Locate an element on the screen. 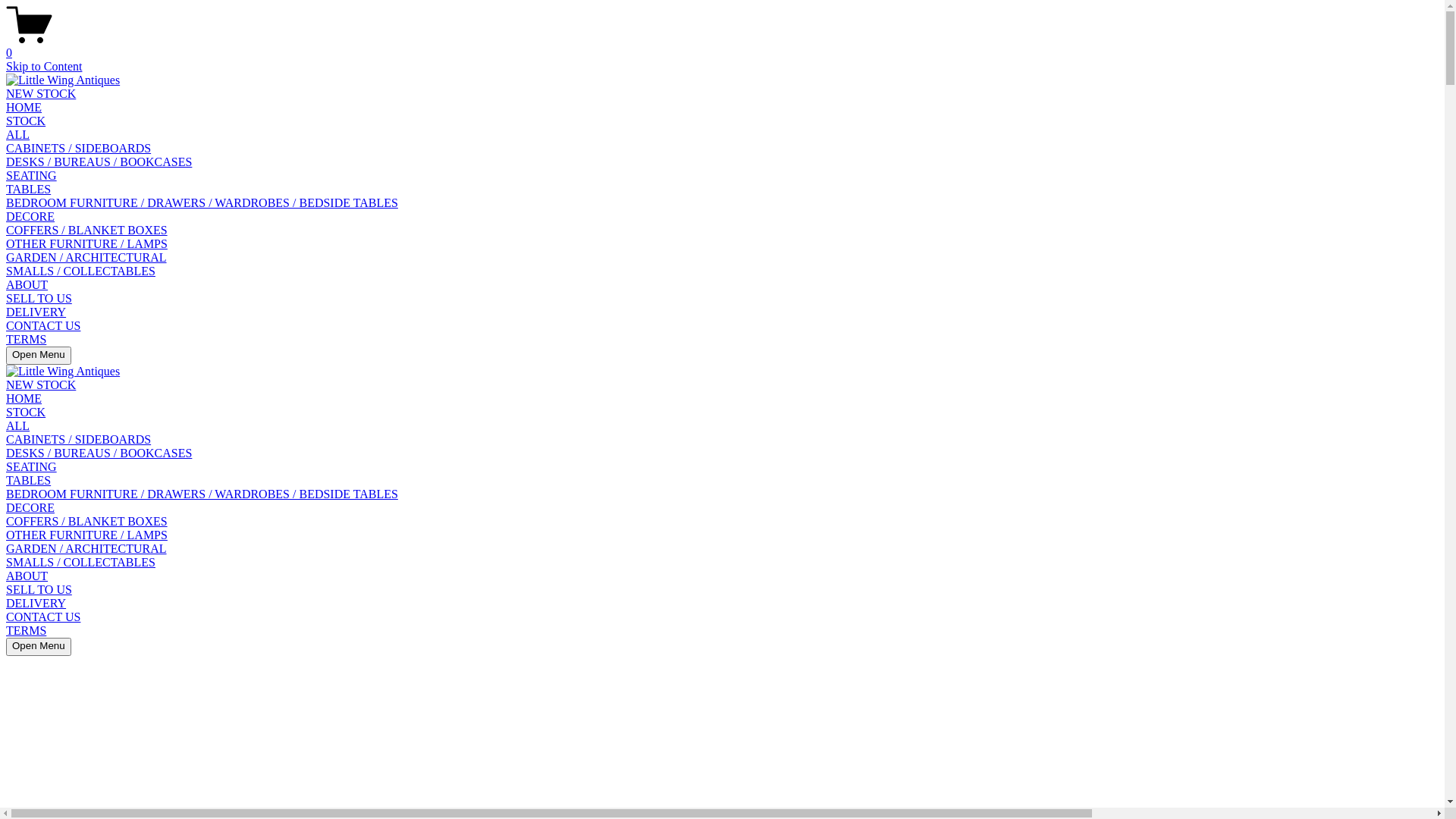  'NEW STOCK' is located at coordinates (6, 384).